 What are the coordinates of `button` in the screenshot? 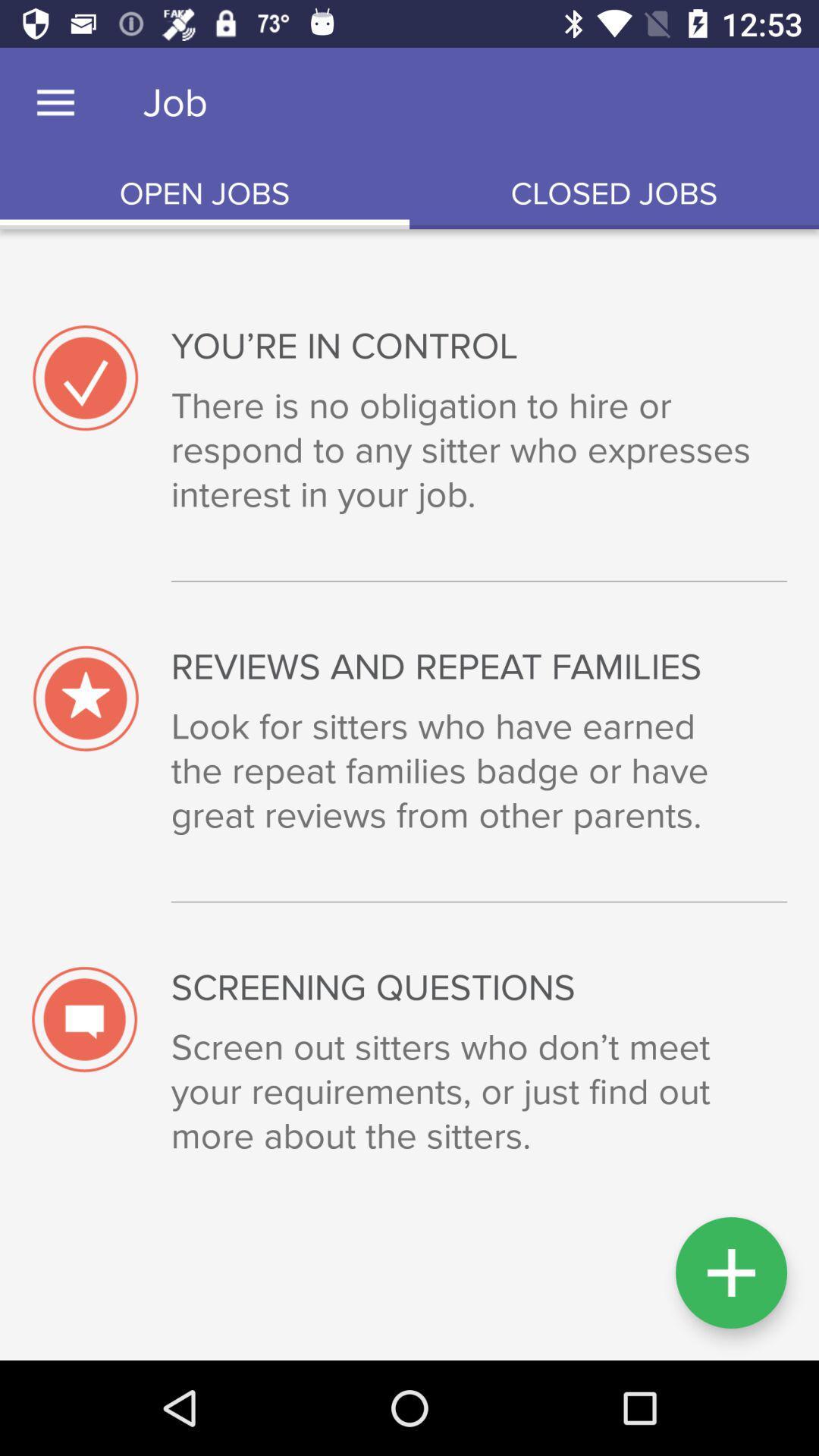 It's located at (730, 1272).